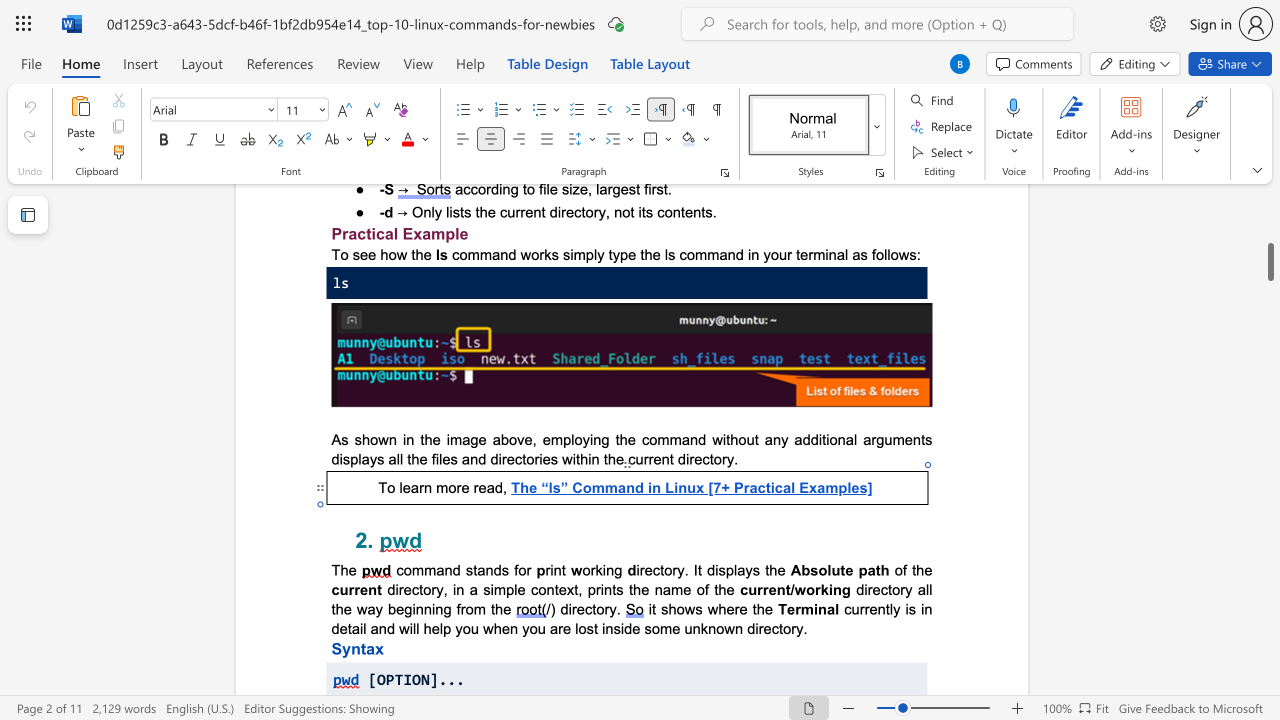 The image size is (1280, 720). Describe the element at coordinates (501, 570) in the screenshot. I see `the space between the continuous character "d" and "s" in the text` at that location.